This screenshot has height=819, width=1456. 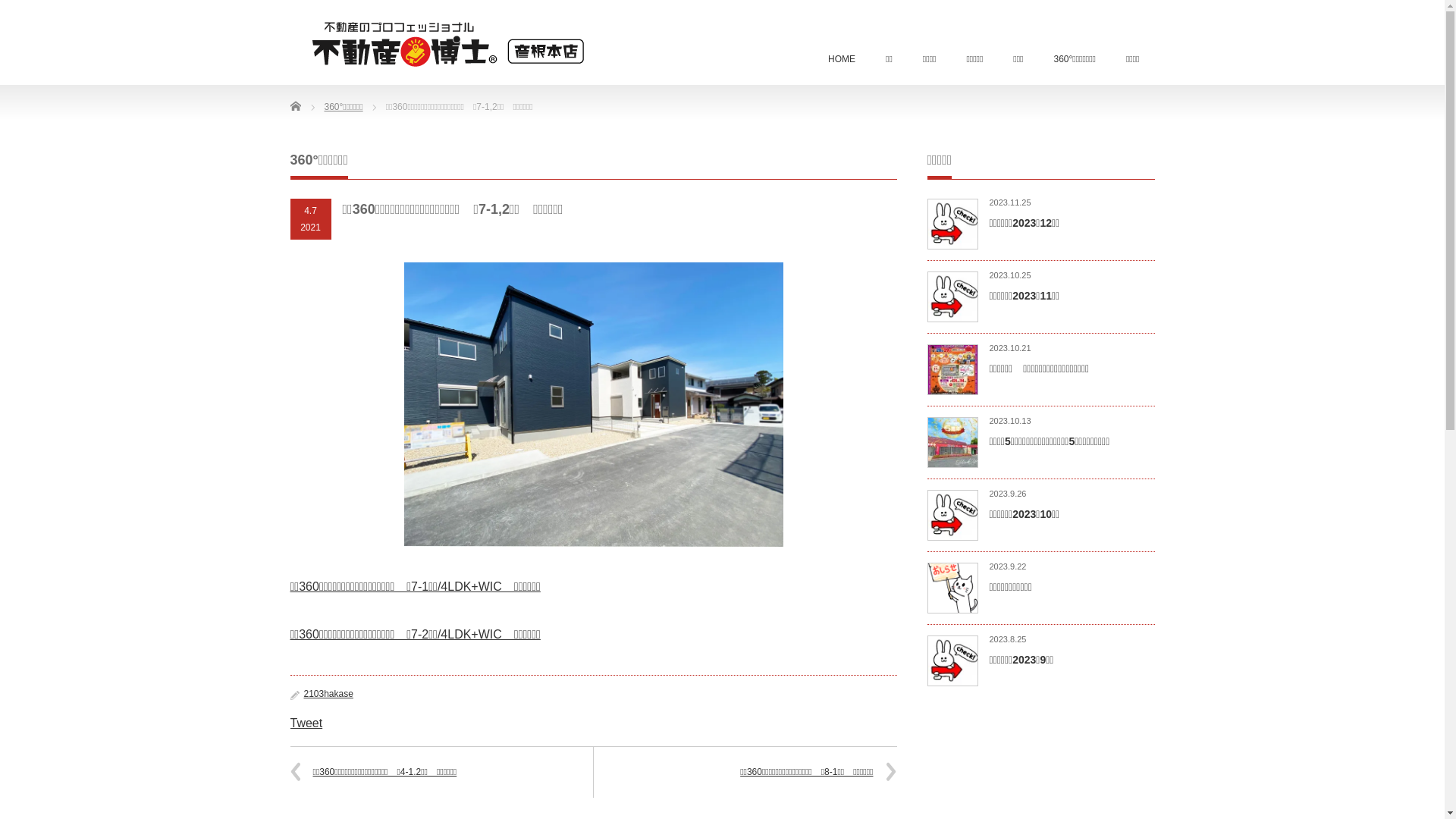 What do you see at coordinates (305, 722) in the screenshot?
I see `'Tweet'` at bounding box center [305, 722].